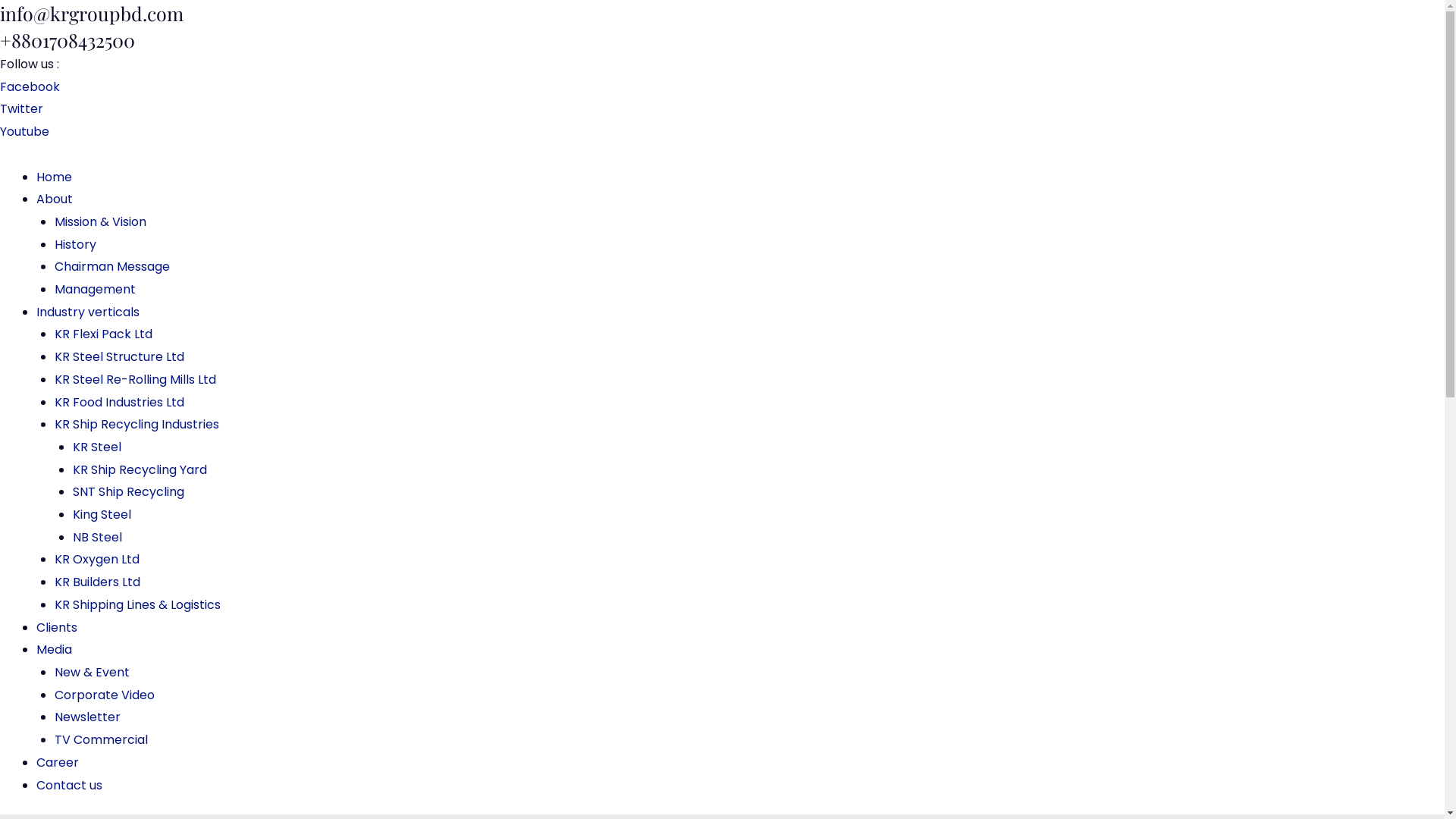  What do you see at coordinates (58, 762) in the screenshot?
I see `'Career'` at bounding box center [58, 762].